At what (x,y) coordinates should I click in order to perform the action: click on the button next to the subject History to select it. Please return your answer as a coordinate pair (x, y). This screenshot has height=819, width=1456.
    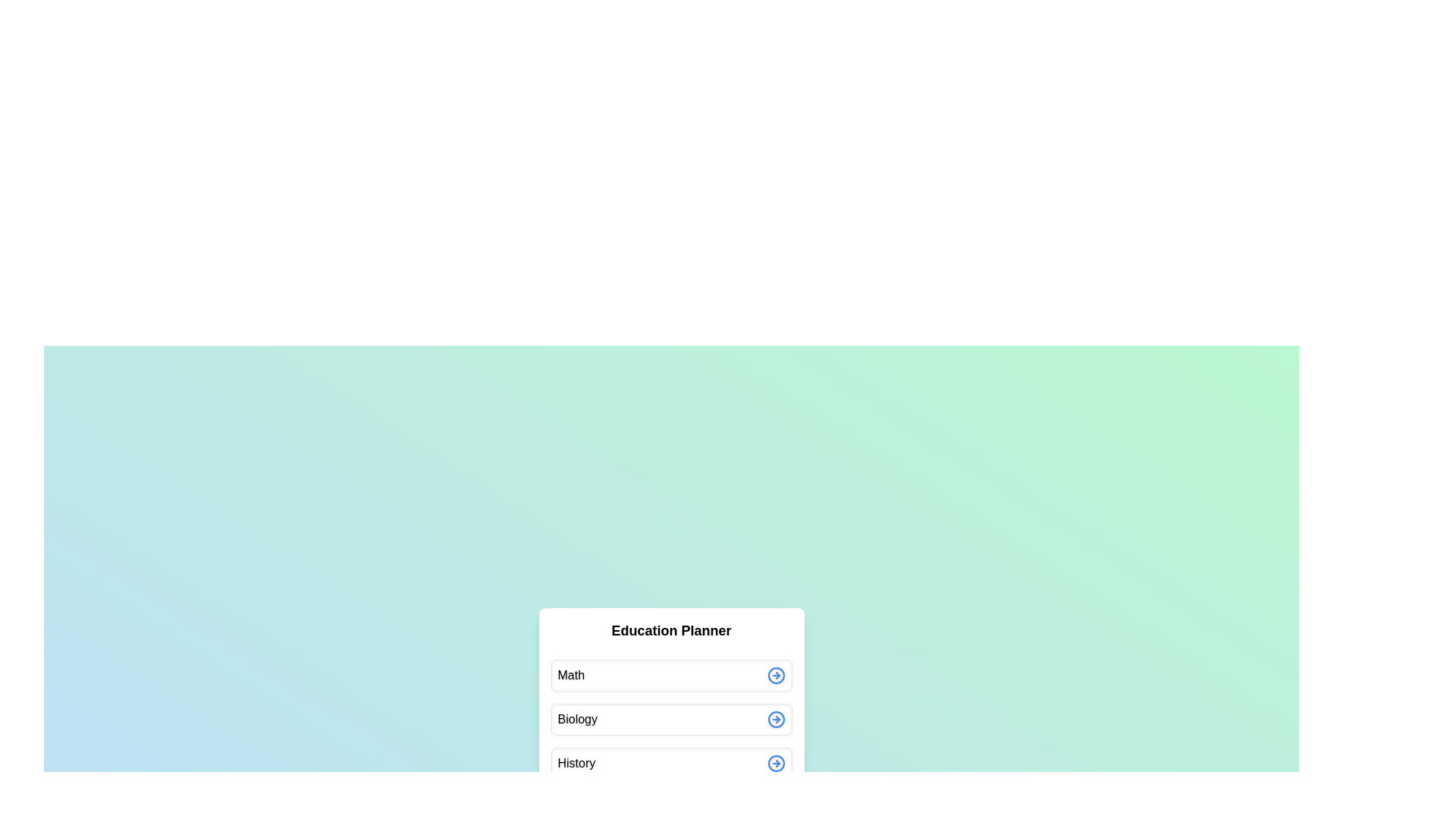
    Looking at the image, I should click on (776, 763).